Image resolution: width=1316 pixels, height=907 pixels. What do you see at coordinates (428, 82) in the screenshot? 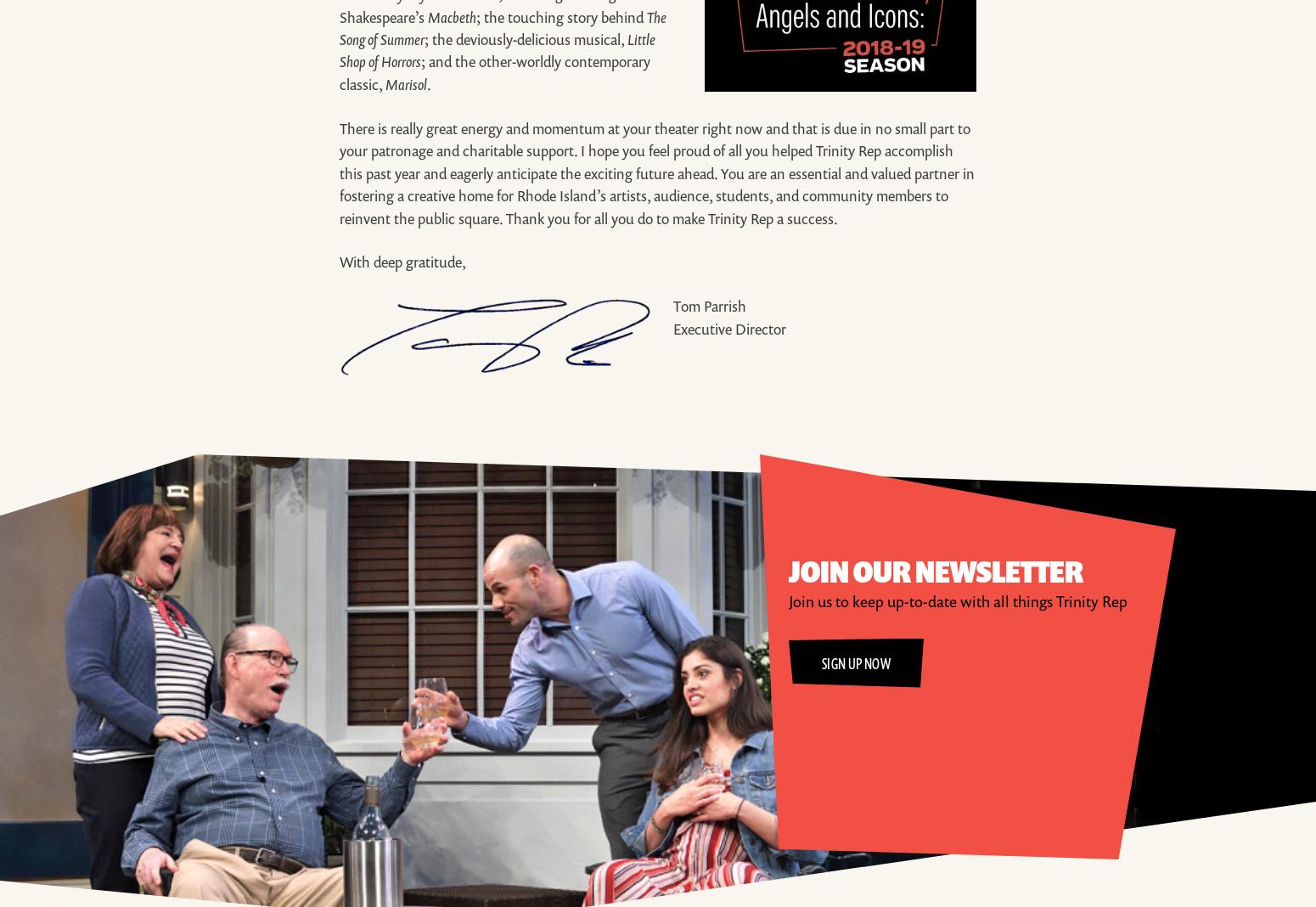
I see `'.'` at bounding box center [428, 82].